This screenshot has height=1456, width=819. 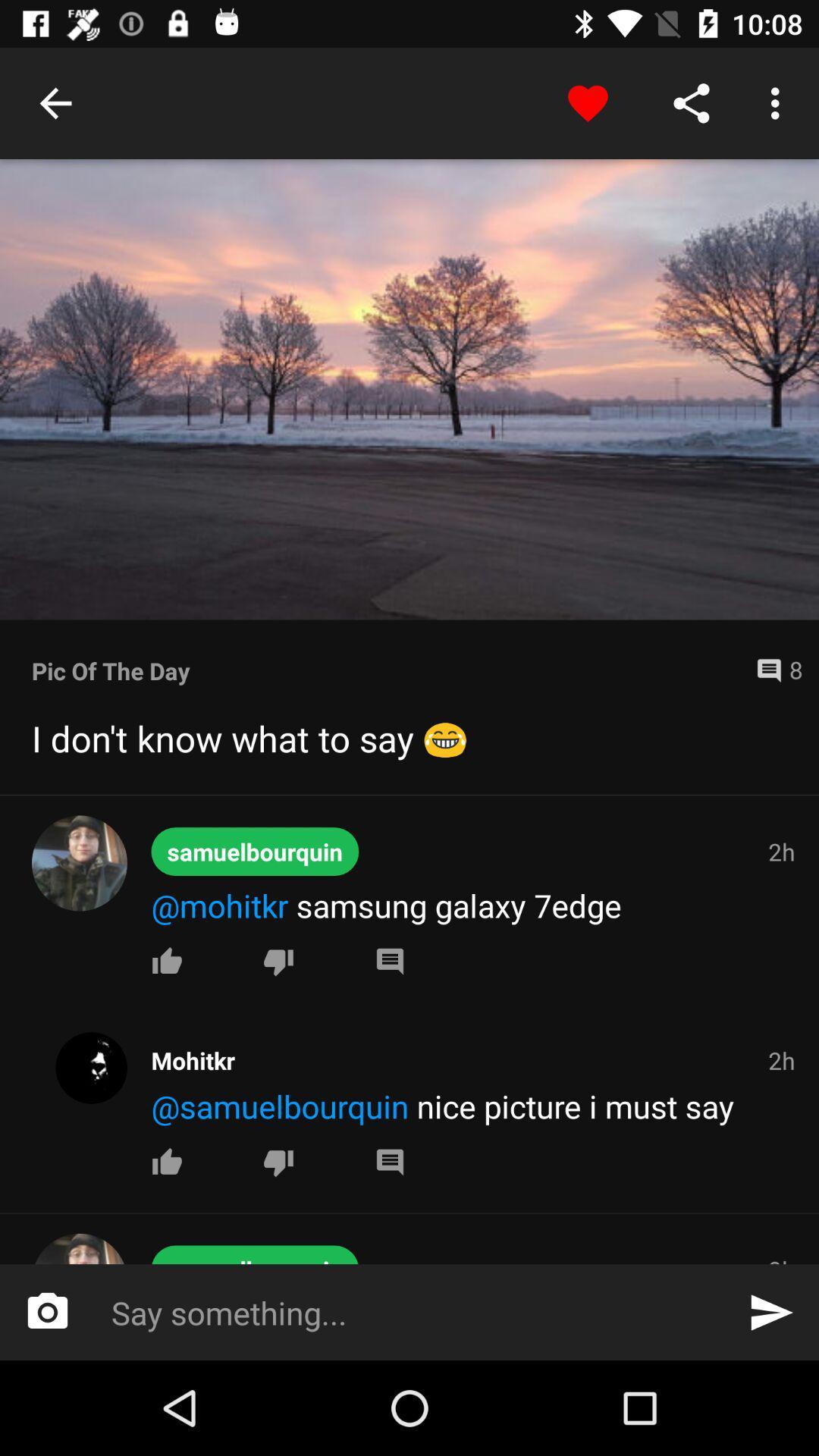 I want to click on item at the top left corner, so click(x=55, y=102).